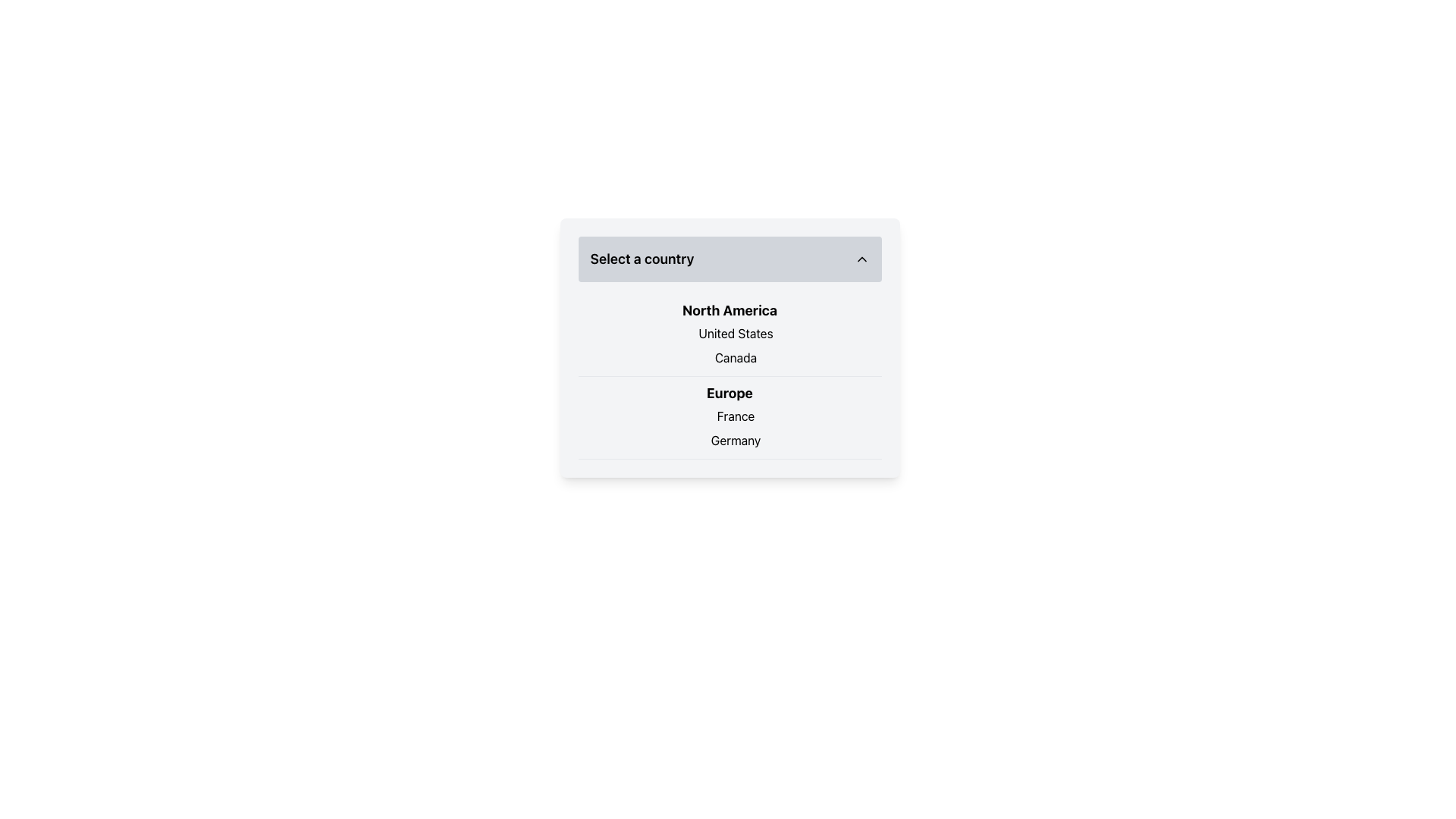 The image size is (1456, 819). Describe the element at coordinates (730, 418) in the screenshot. I see `the 'France' option within the grouped list item under the 'Europe' section of the dropdown menu` at that location.